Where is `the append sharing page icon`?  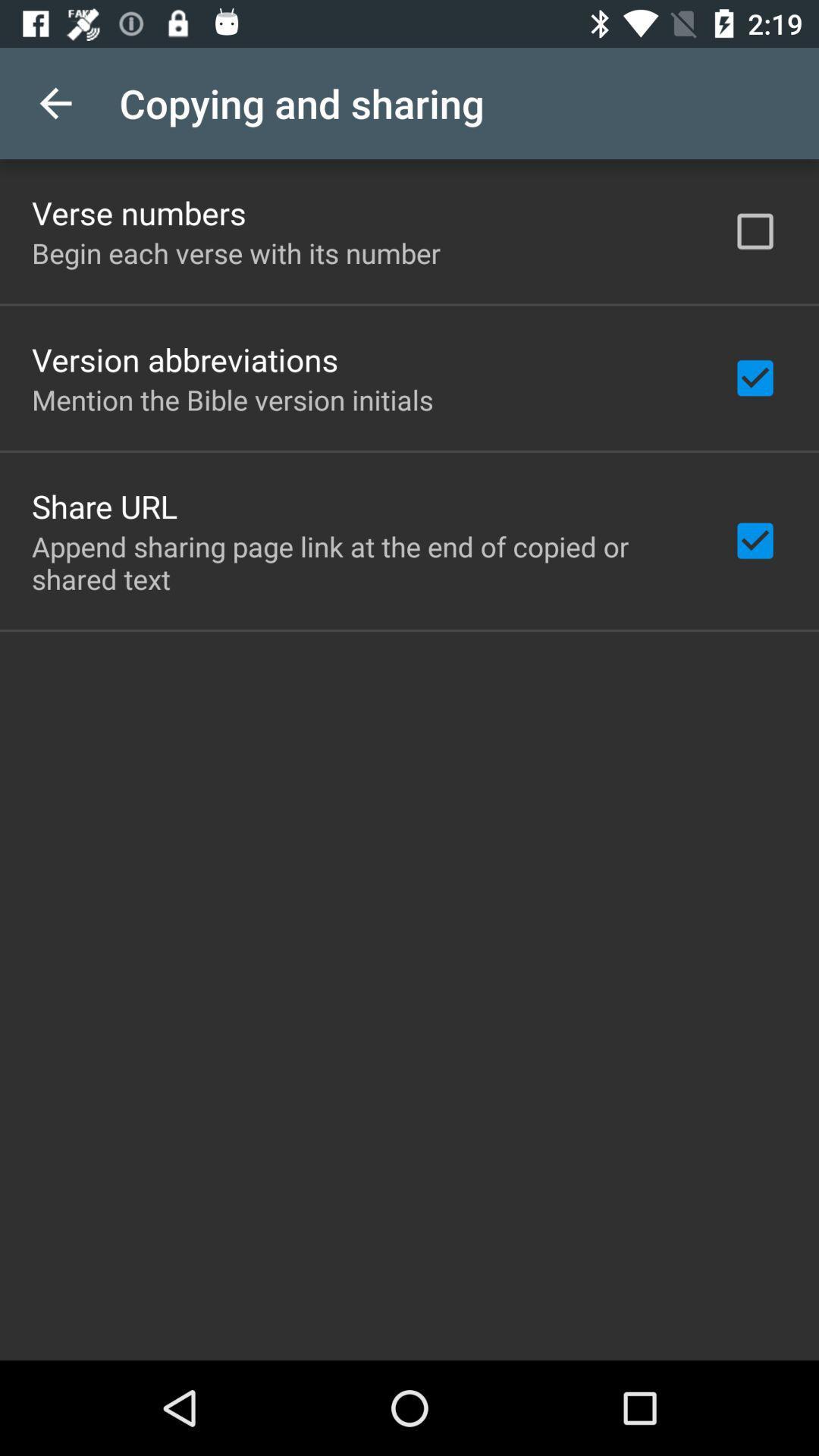 the append sharing page icon is located at coordinates (362, 562).